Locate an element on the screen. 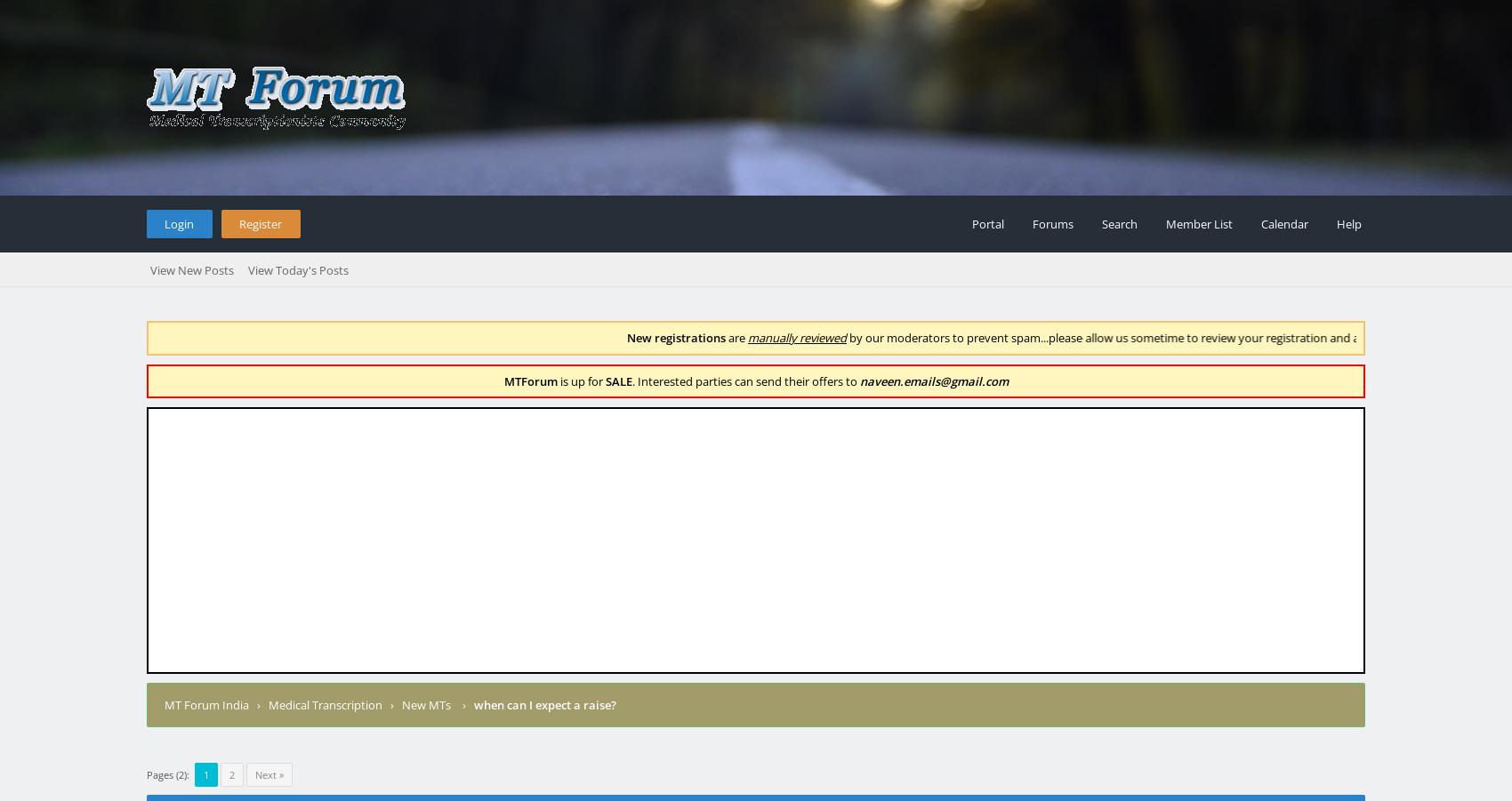 The height and width of the screenshot is (801, 1512). 'manually reviewed' is located at coordinates (759, 337).